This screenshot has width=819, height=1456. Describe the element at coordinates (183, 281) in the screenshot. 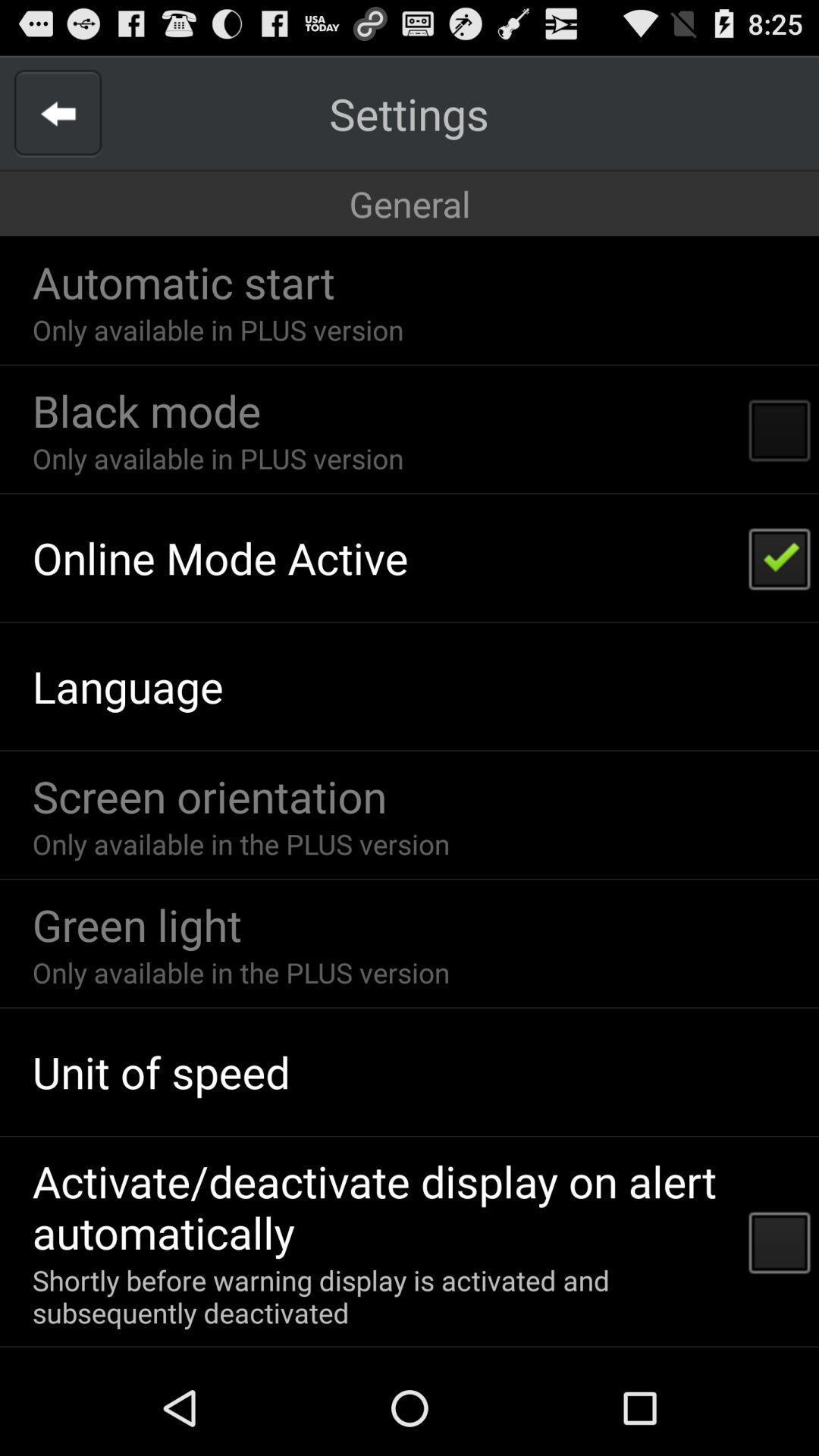

I see `item below the general app` at that location.